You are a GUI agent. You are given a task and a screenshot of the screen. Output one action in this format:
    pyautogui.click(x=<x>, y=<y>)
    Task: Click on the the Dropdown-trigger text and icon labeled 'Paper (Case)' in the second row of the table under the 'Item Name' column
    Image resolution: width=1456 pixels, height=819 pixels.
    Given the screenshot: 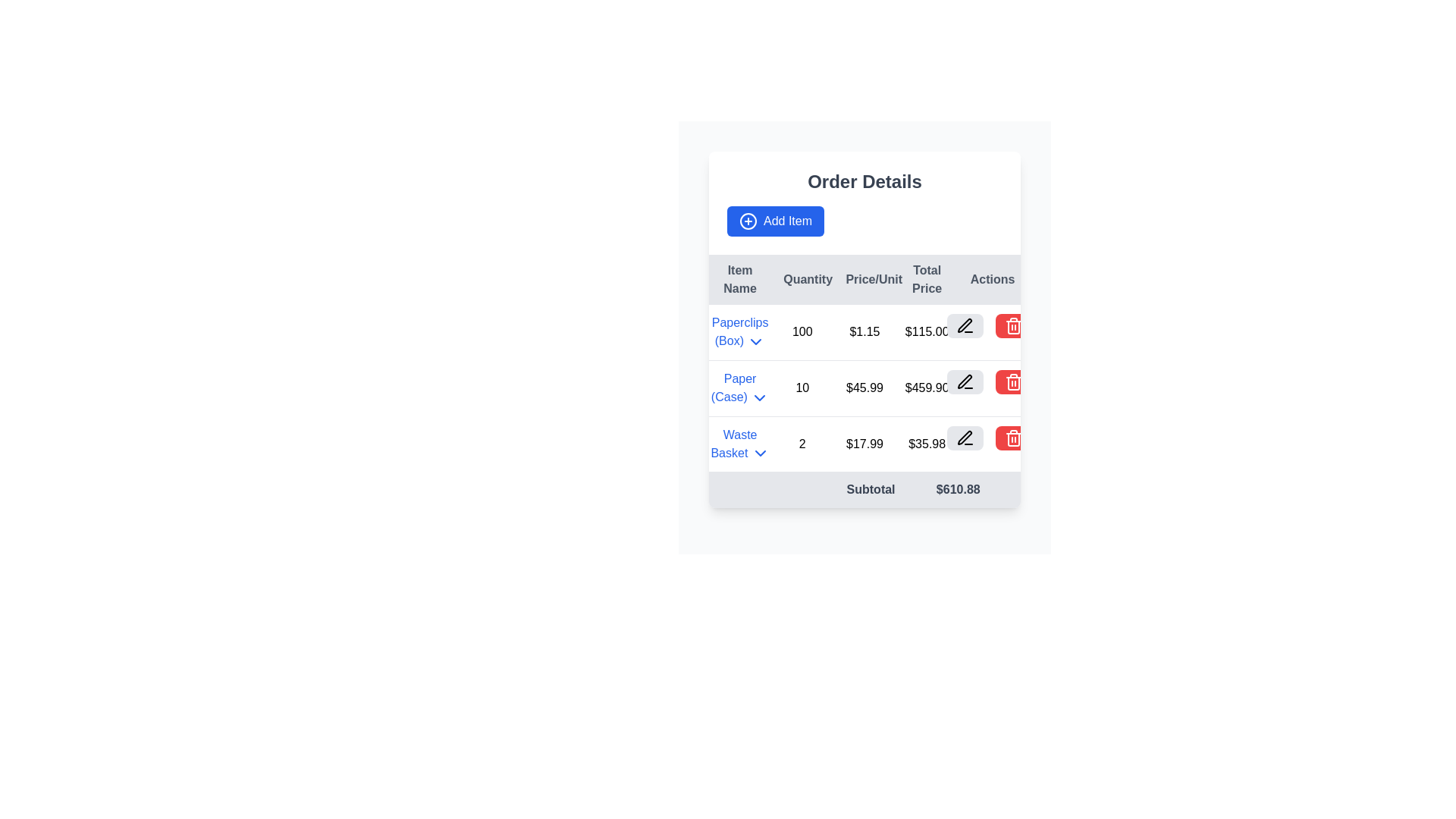 What is the action you would take?
    pyautogui.click(x=740, y=388)
    